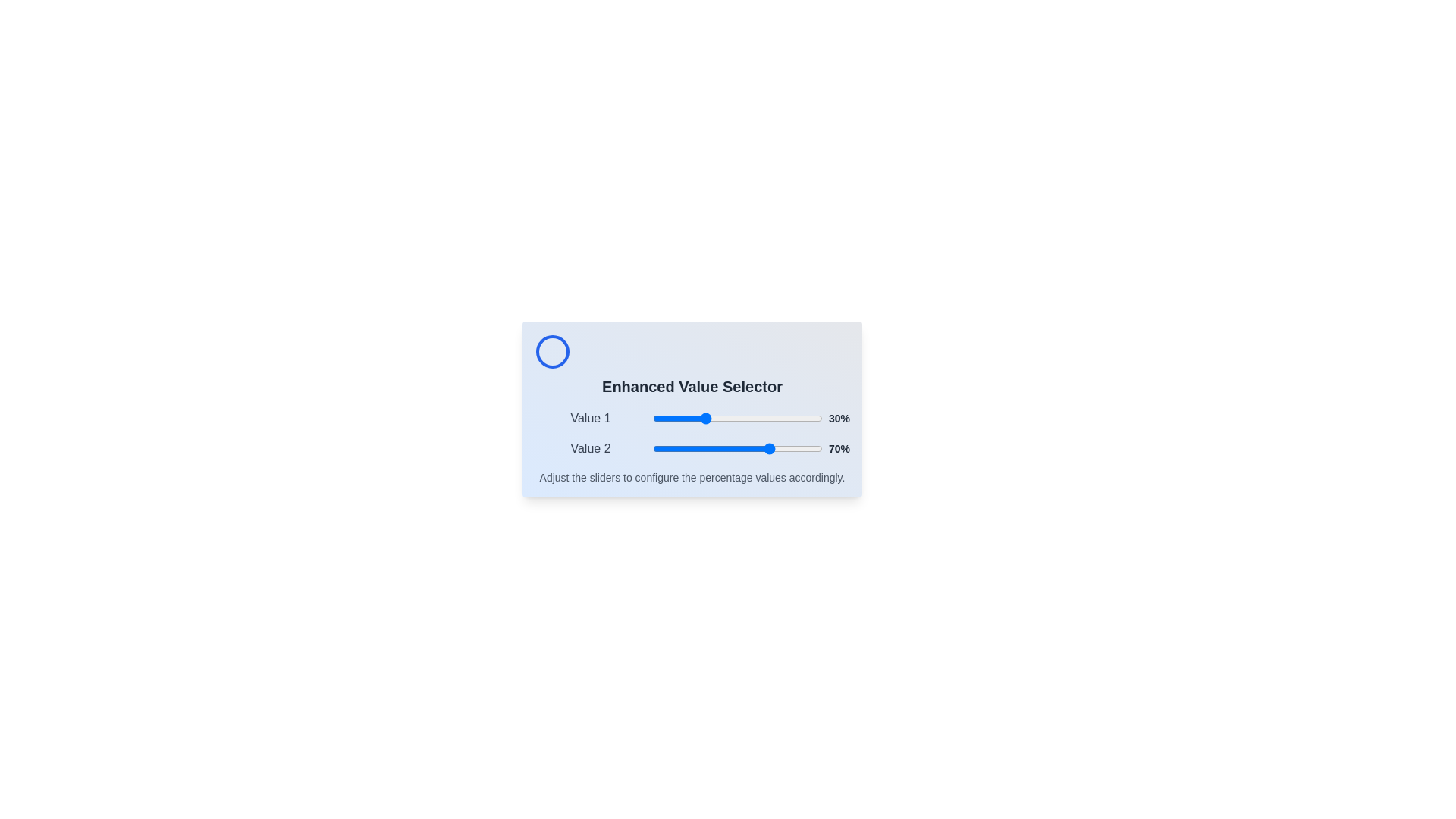  Describe the element at coordinates (771, 447) in the screenshot. I see `the slider for Value 2 to set its value to 70%` at that location.